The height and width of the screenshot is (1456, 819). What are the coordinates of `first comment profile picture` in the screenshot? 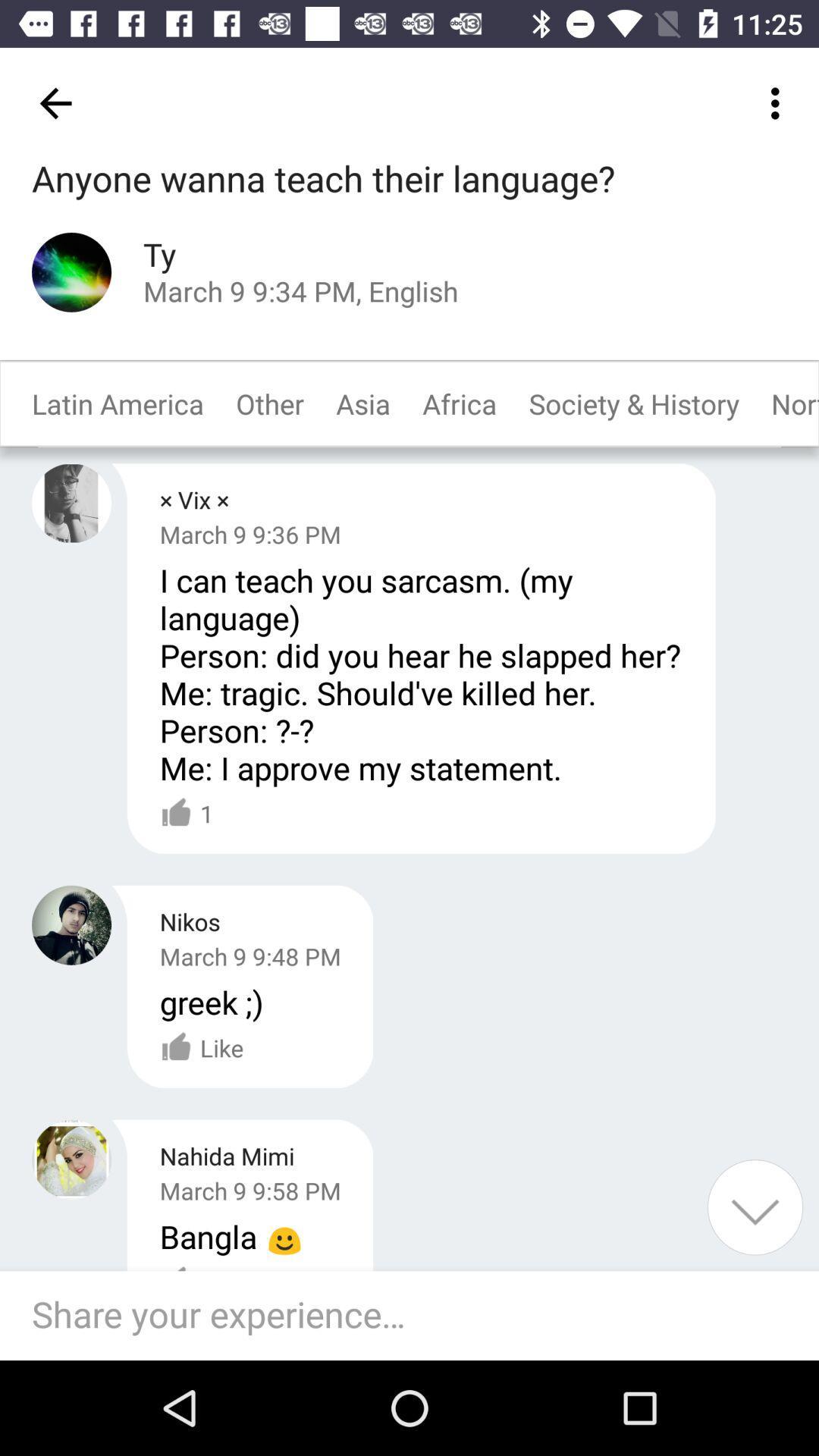 It's located at (71, 503).